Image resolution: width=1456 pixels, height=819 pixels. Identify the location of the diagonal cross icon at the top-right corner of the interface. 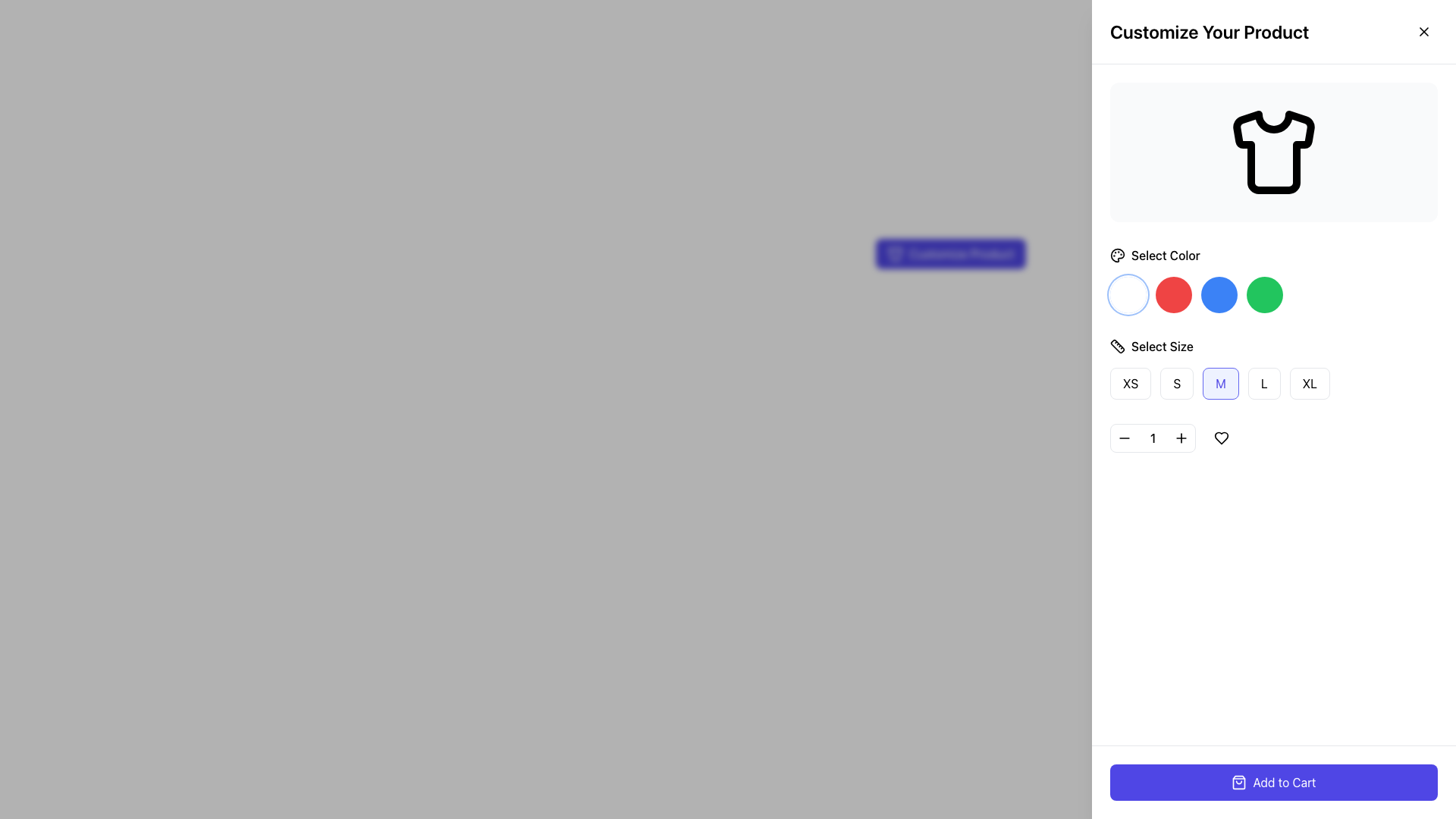
(1423, 32).